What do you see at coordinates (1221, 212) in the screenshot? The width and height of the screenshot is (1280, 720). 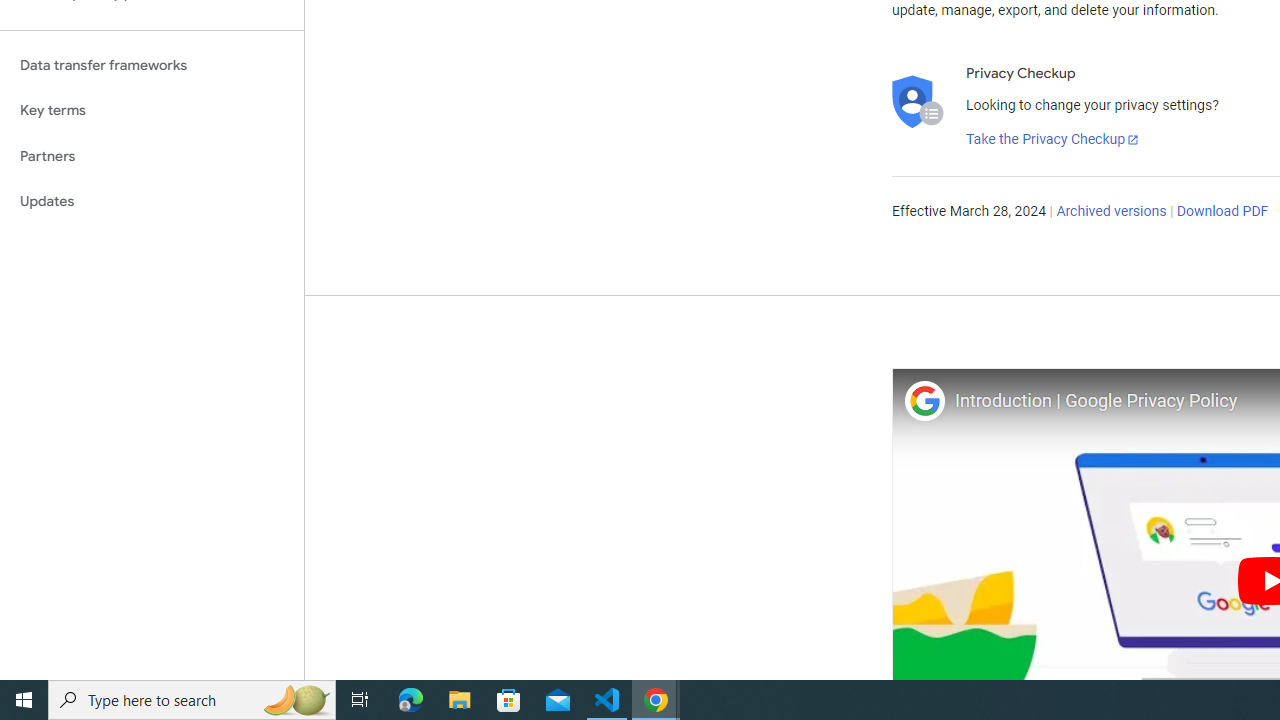 I see `'Download PDF'` at bounding box center [1221, 212].